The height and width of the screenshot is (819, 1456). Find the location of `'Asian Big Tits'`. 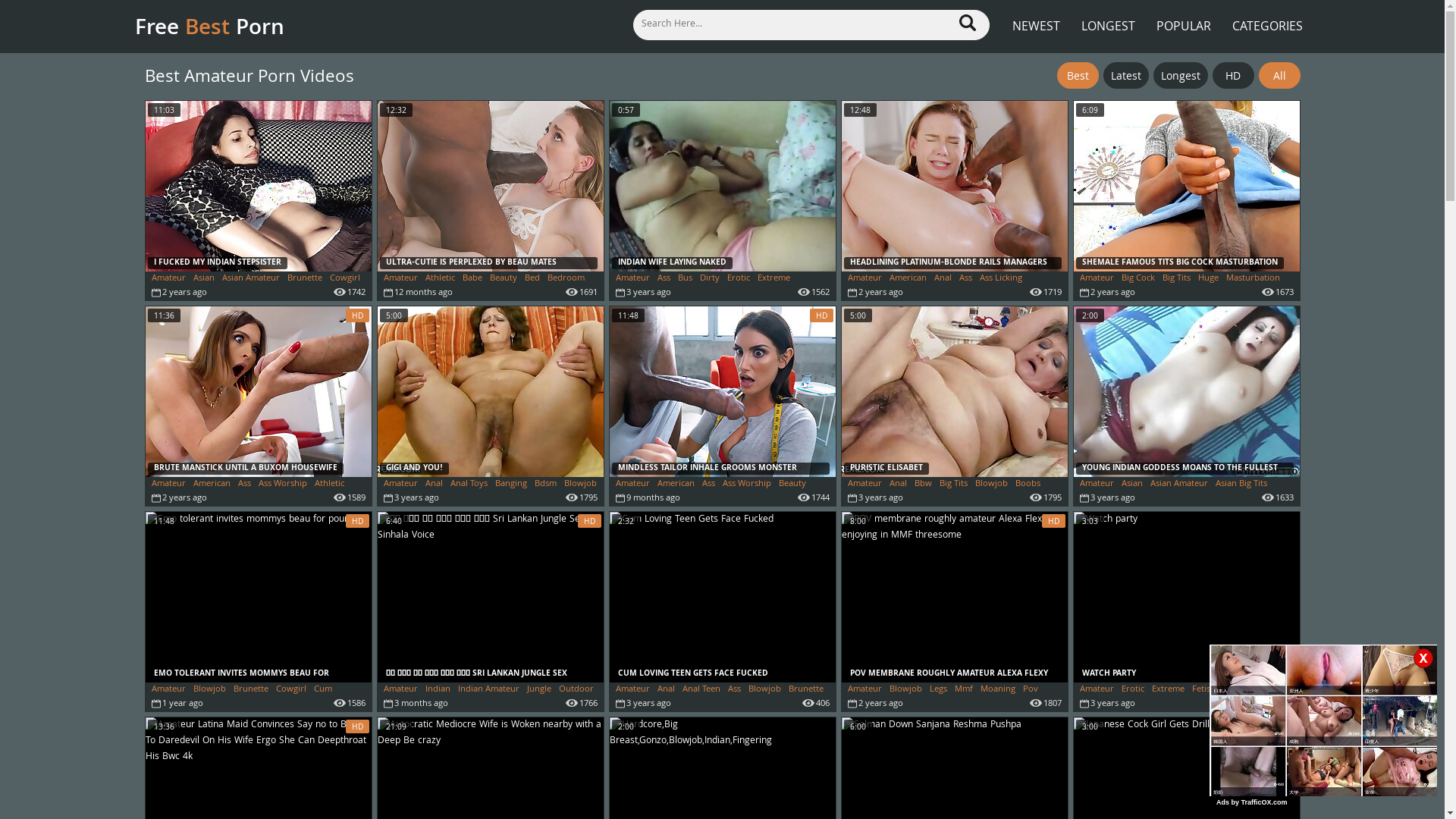

'Asian Big Tits' is located at coordinates (1215, 484).